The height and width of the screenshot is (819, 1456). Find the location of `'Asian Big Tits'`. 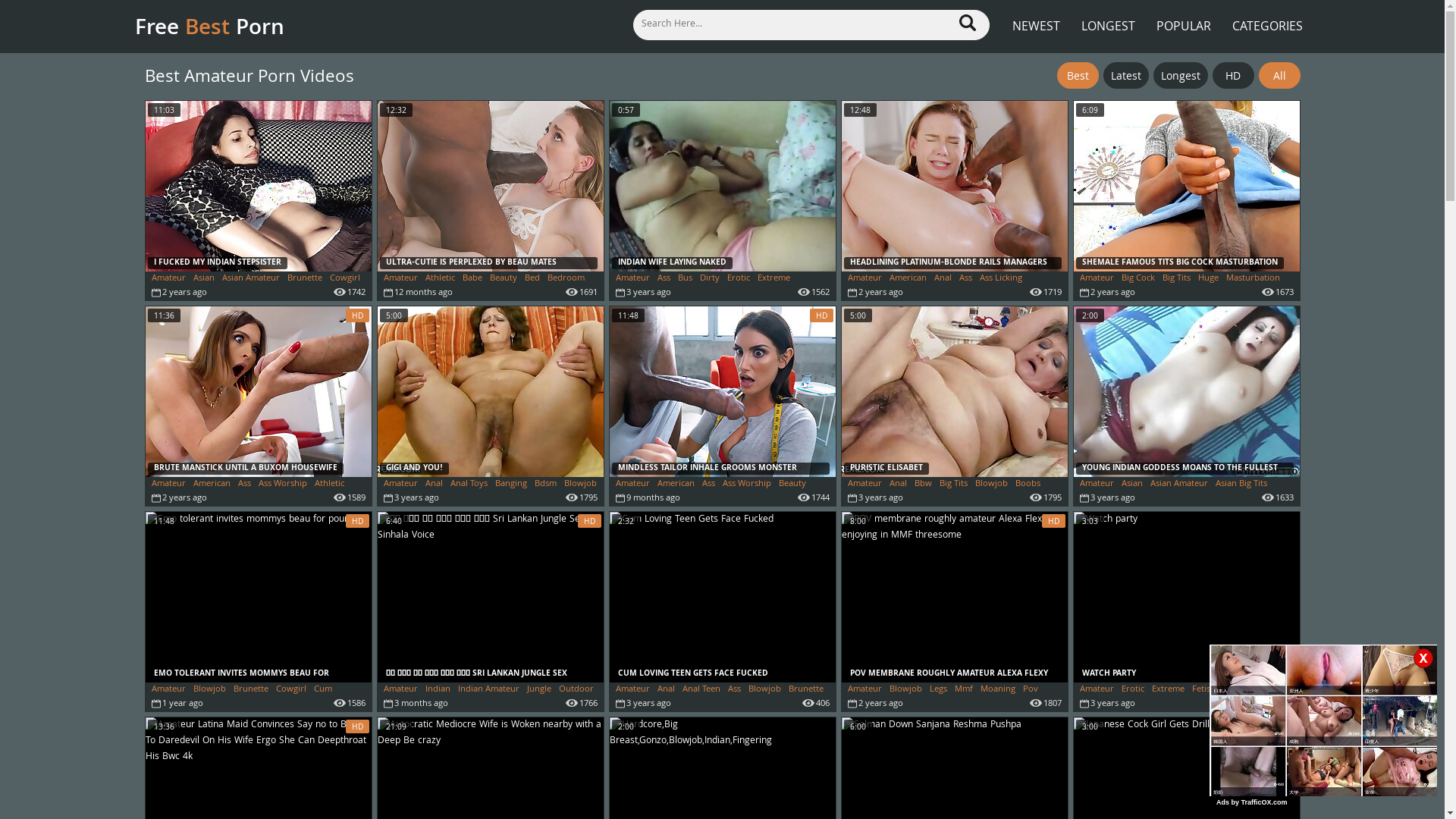

'Asian Big Tits' is located at coordinates (1215, 484).